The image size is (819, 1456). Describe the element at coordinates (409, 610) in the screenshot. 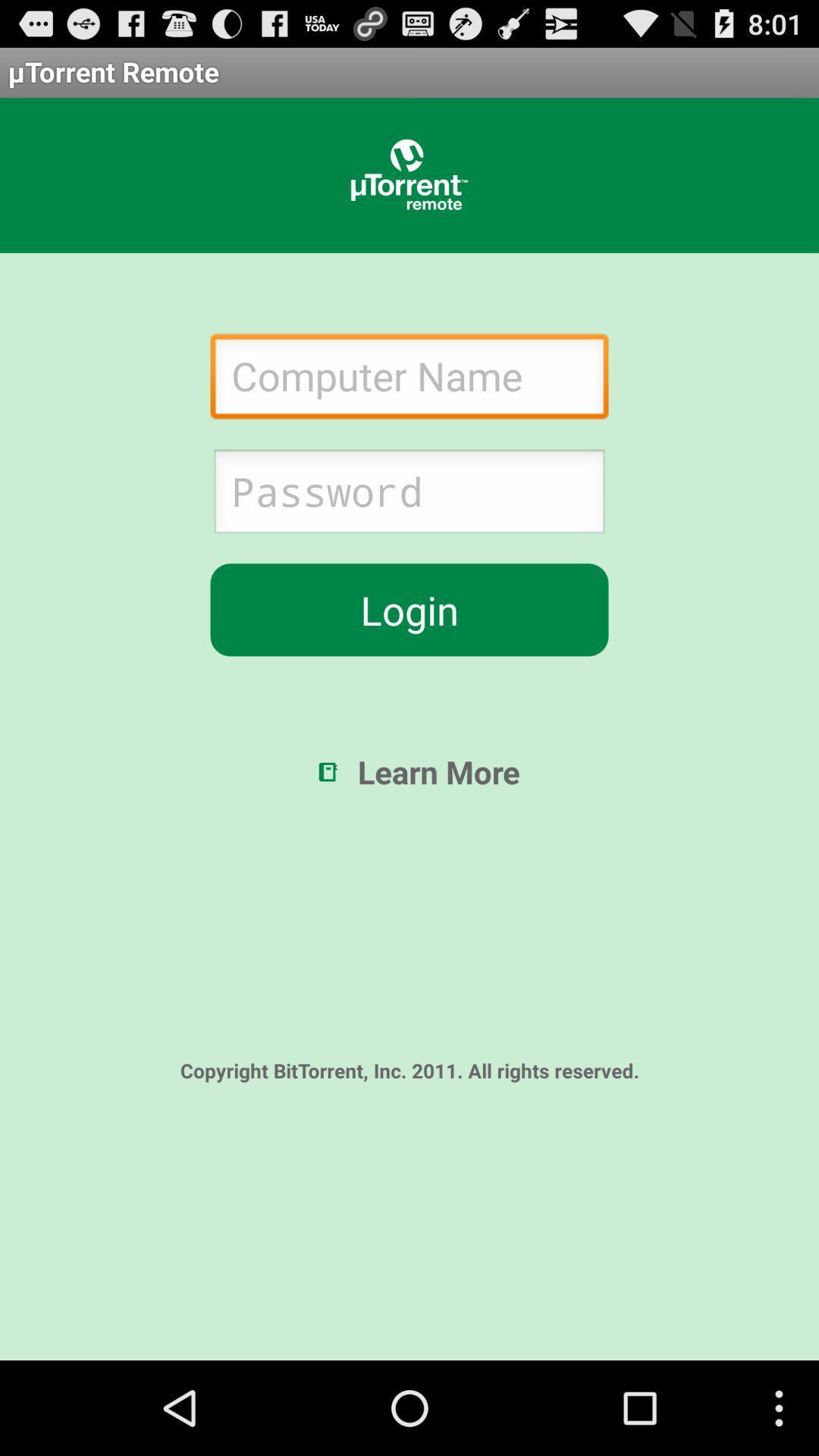

I see `login button` at that location.